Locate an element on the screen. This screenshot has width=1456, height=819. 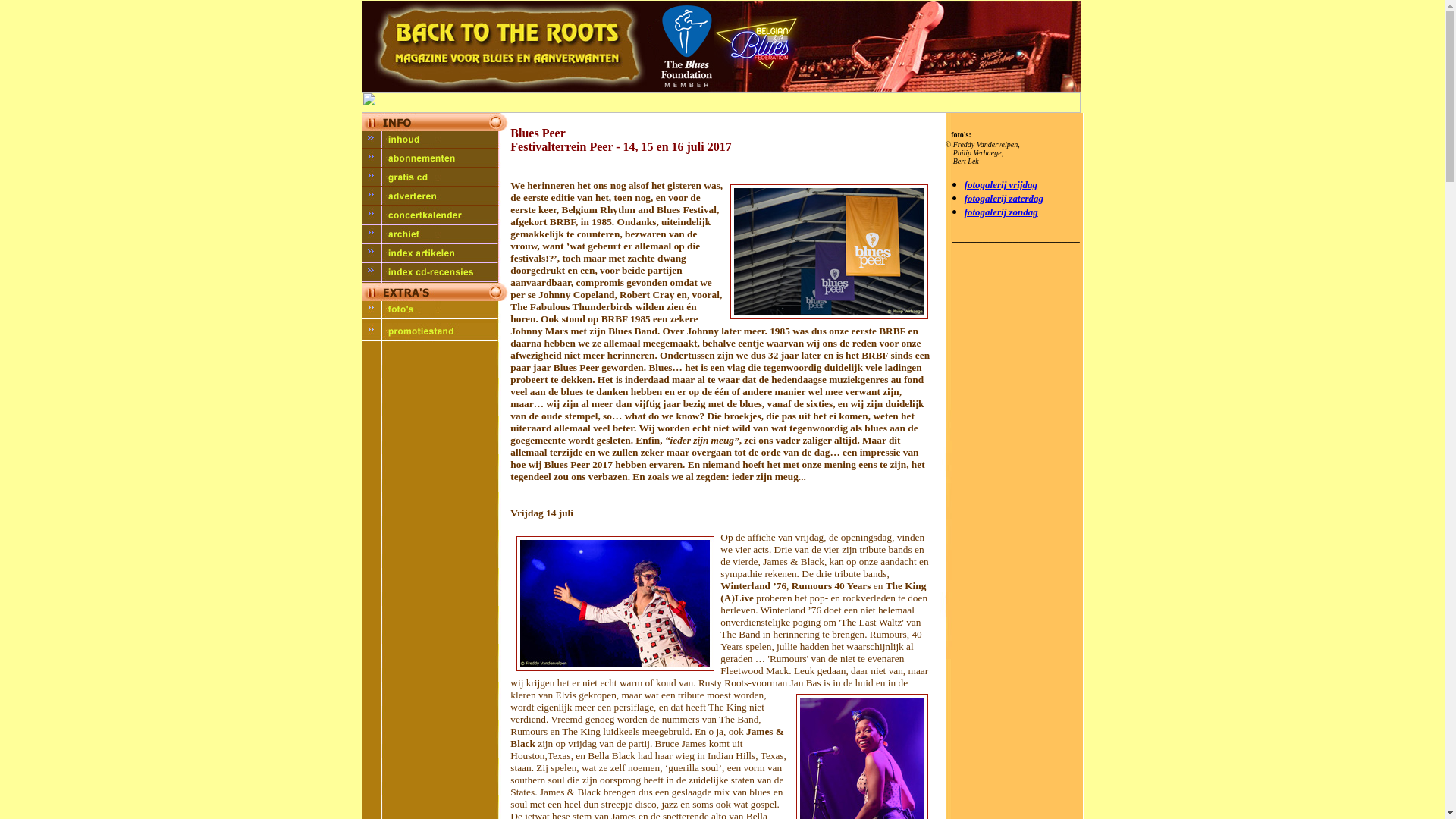
'fotogalerij vrijdag' is located at coordinates (964, 183).